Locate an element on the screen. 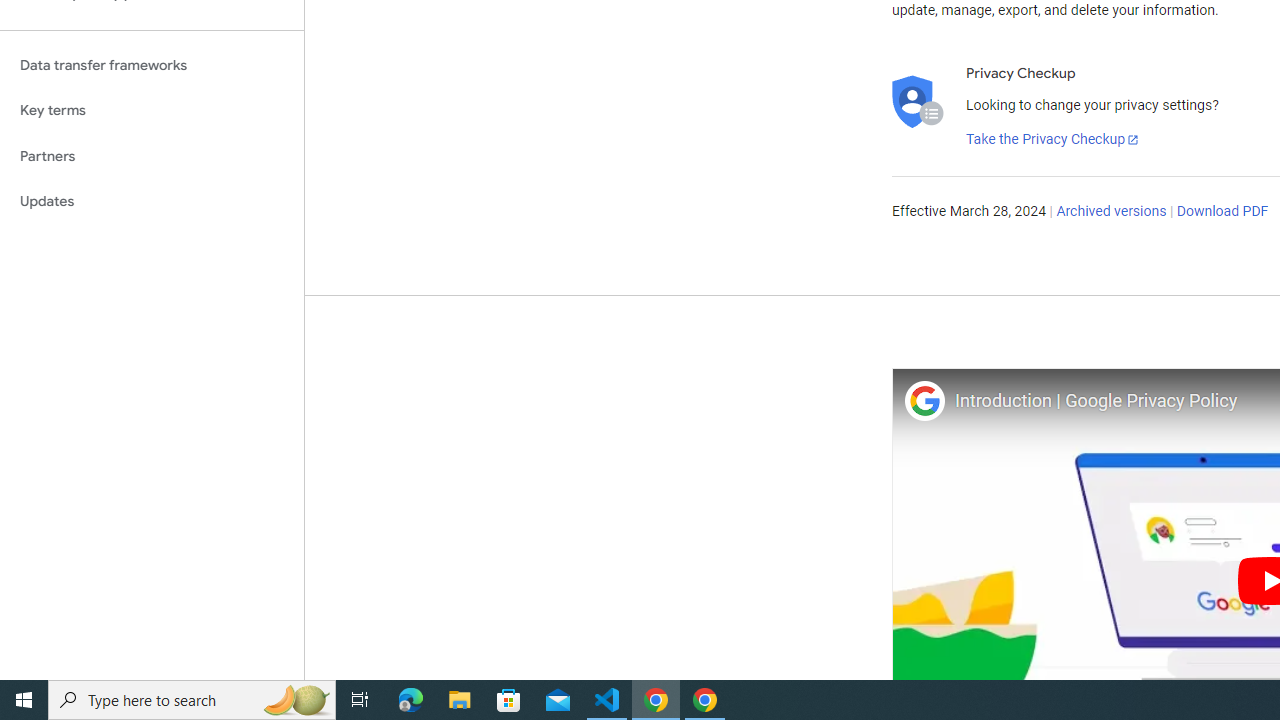 The width and height of the screenshot is (1280, 720). 'Download PDF' is located at coordinates (1221, 212).